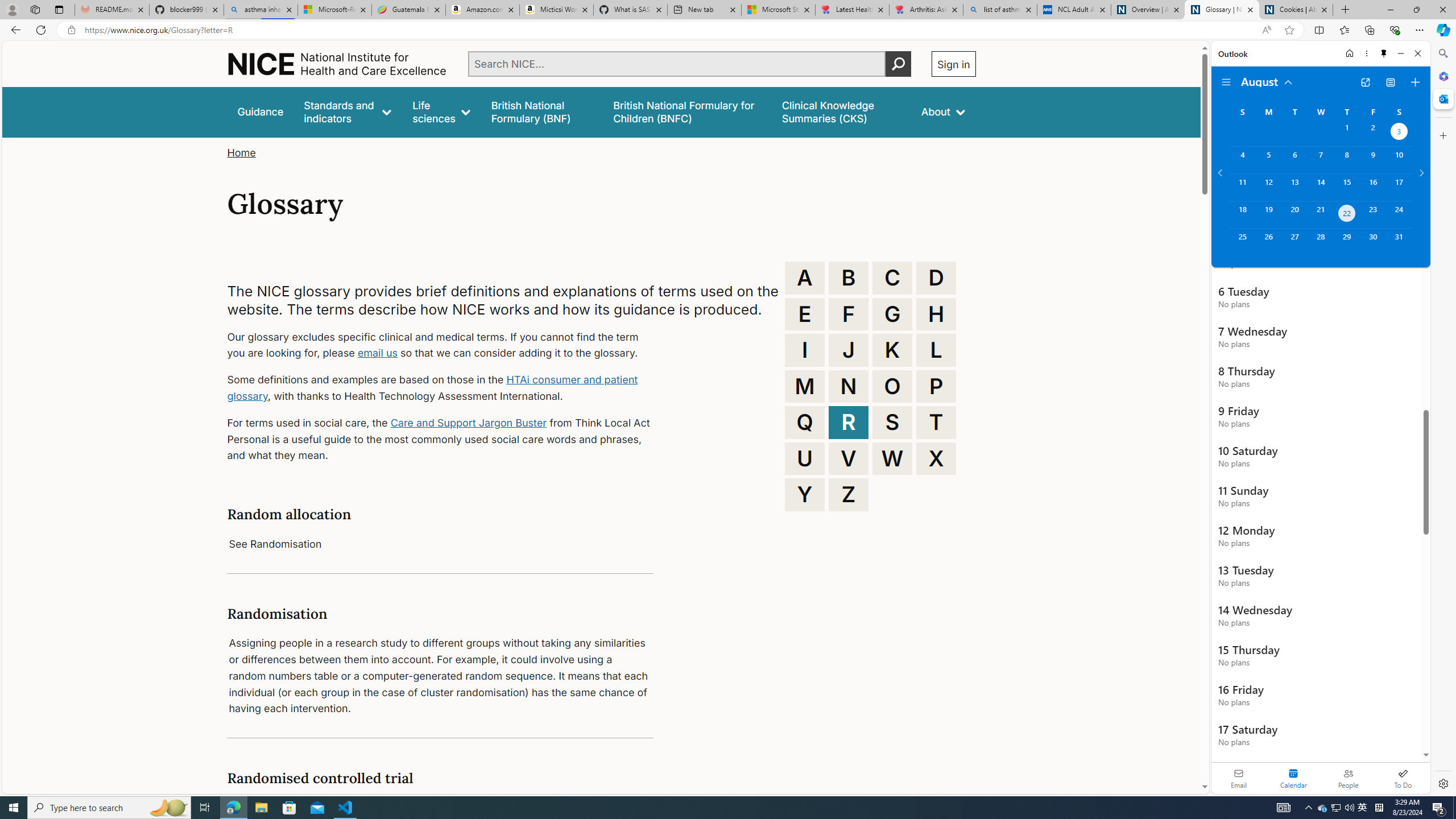 Image resolution: width=1456 pixels, height=819 pixels. I want to click on 'People', so click(1347, 777).